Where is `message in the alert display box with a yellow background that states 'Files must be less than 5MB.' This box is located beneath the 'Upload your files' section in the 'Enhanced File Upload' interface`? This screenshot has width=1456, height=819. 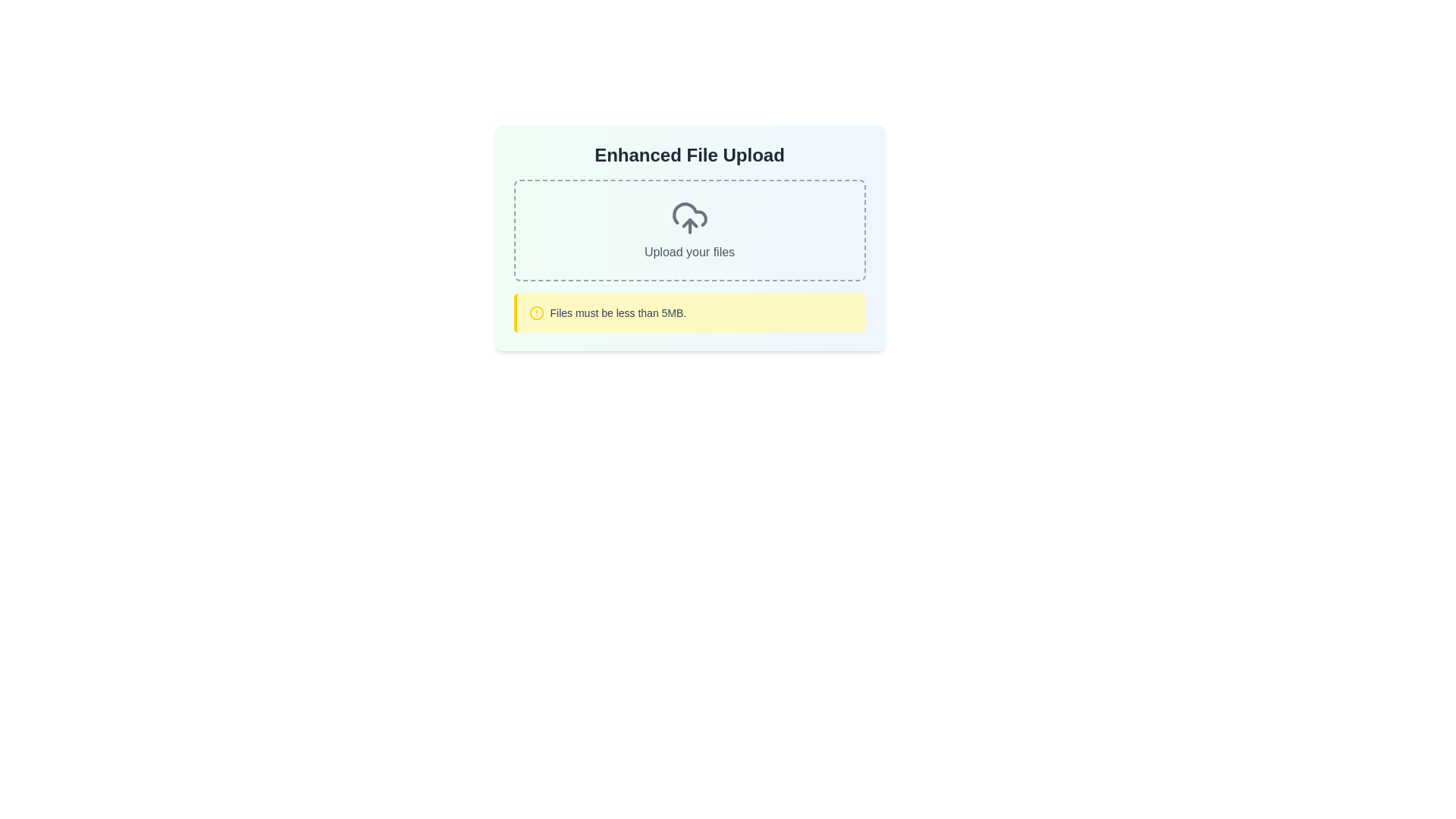 message in the alert display box with a yellow background that states 'Files must be less than 5MB.' This box is located beneath the 'Upload your files' section in the 'Enhanced File Upload' interface is located at coordinates (689, 312).